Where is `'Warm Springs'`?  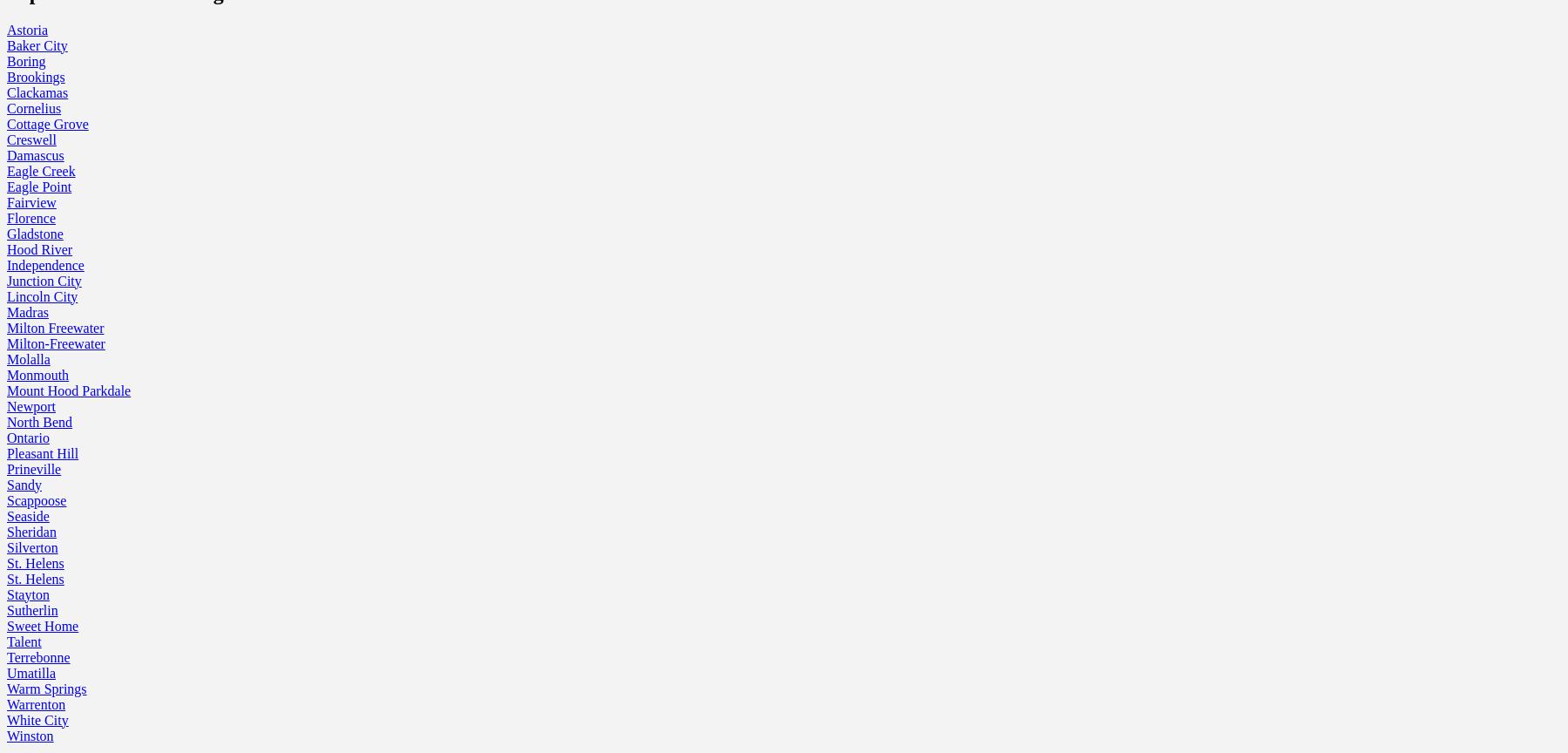 'Warm Springs' is located at coordinates (45, 687).